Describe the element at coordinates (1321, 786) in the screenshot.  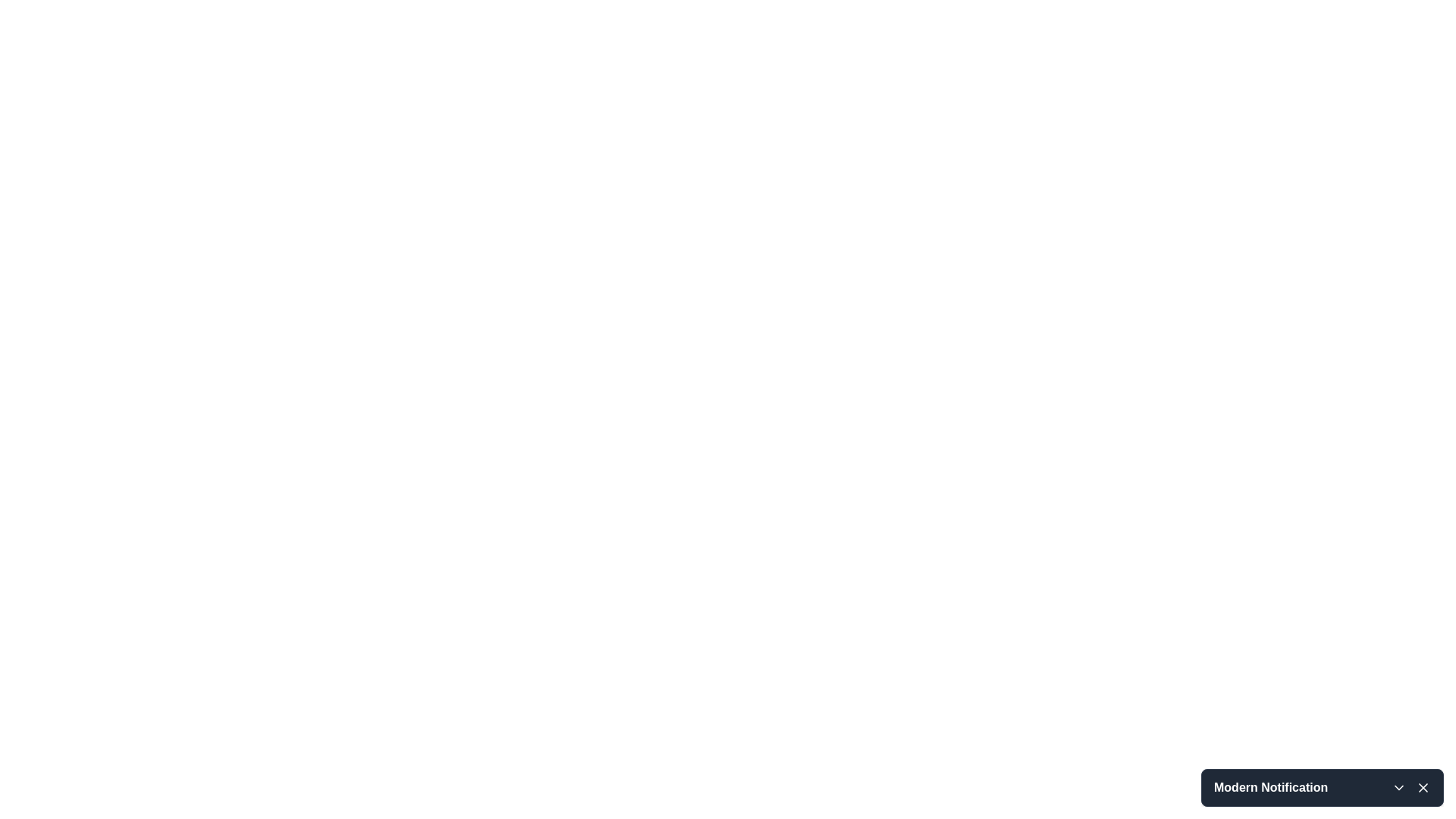
I see `the 'Modern Notification' text in the Notification header to possibly see additional tooltips` at that location.